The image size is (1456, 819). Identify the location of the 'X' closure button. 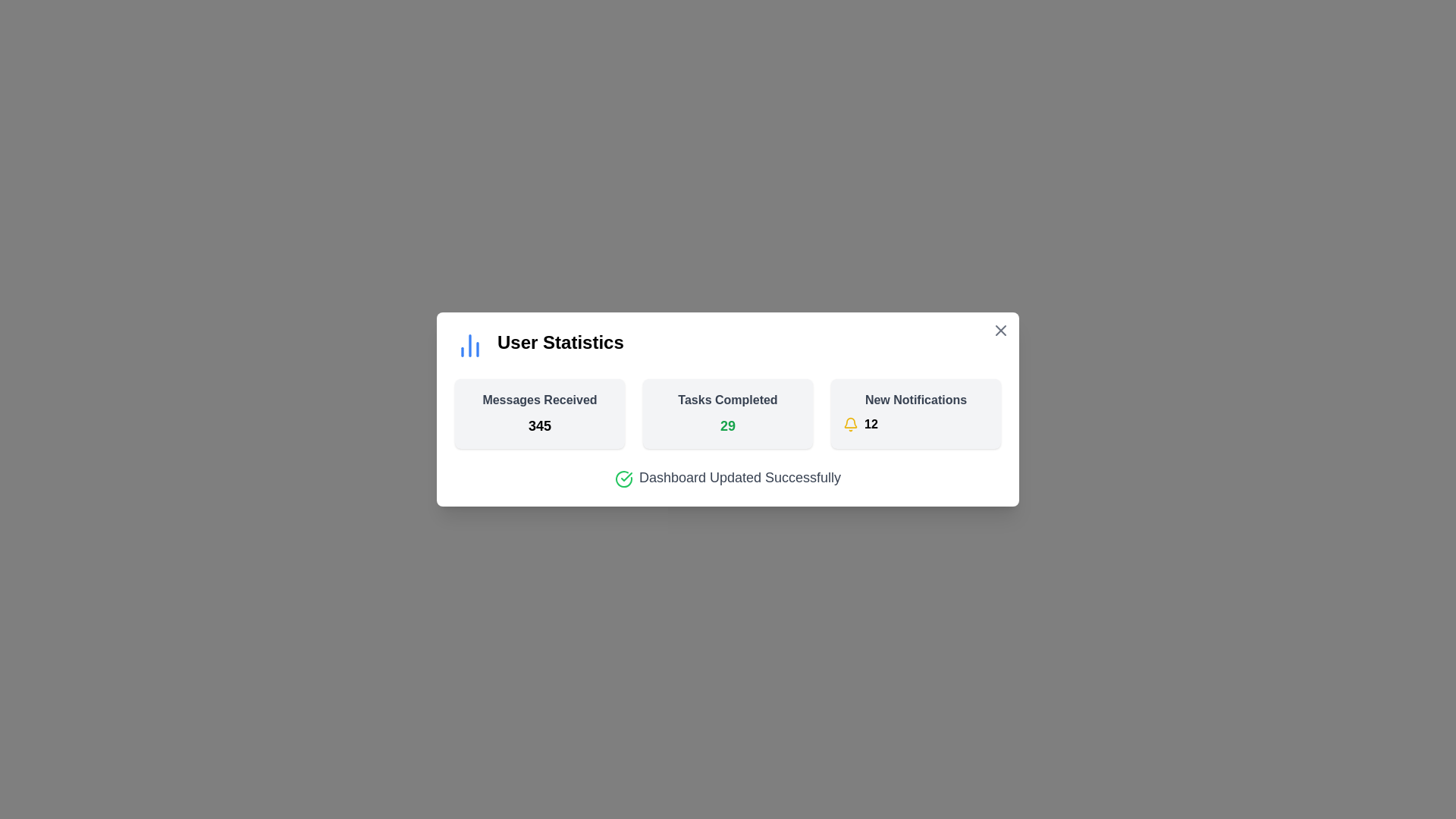
(1001, 329).